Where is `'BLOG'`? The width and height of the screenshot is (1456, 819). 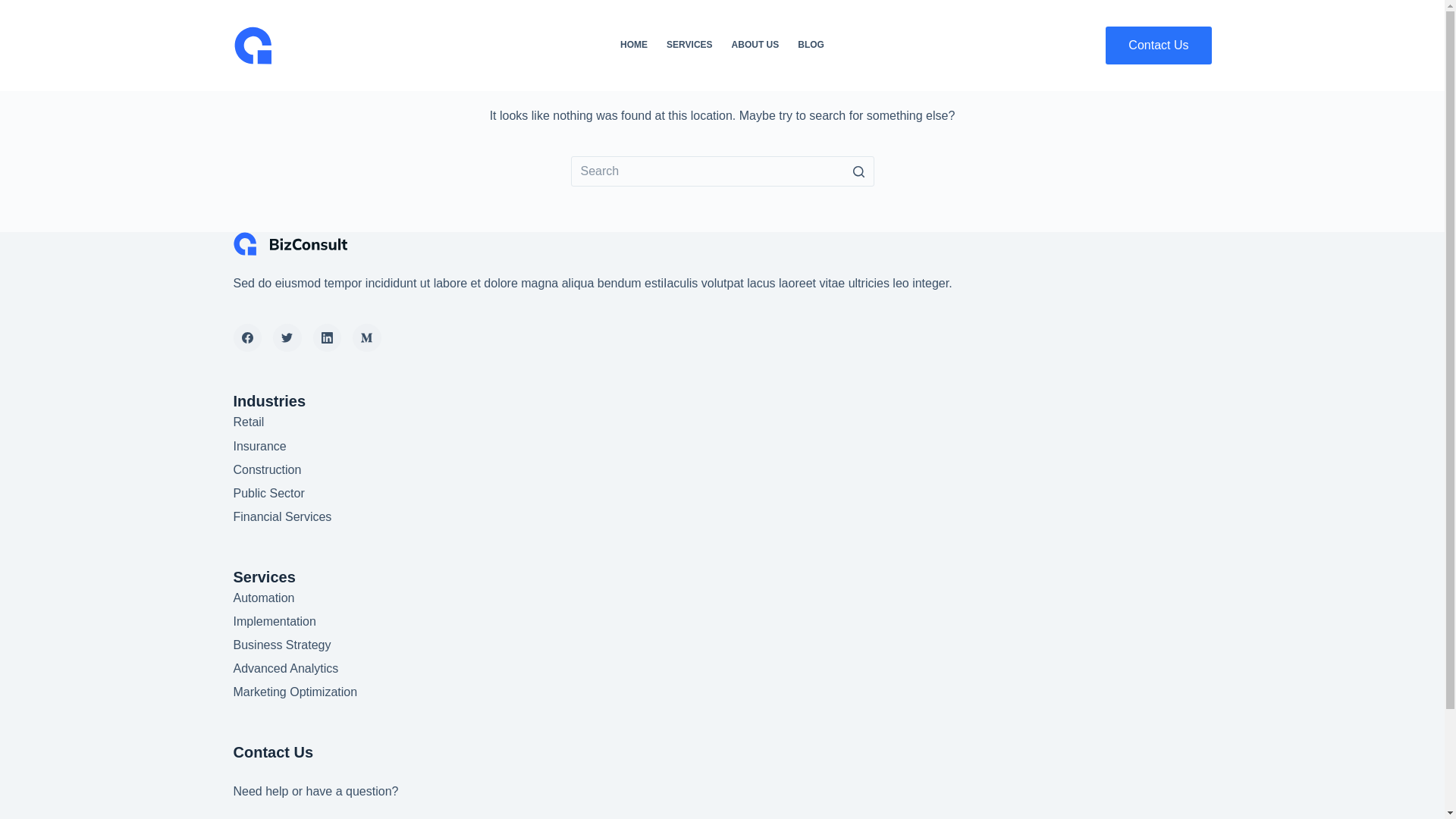
'BLOG' is located at coordinates (811, 45).